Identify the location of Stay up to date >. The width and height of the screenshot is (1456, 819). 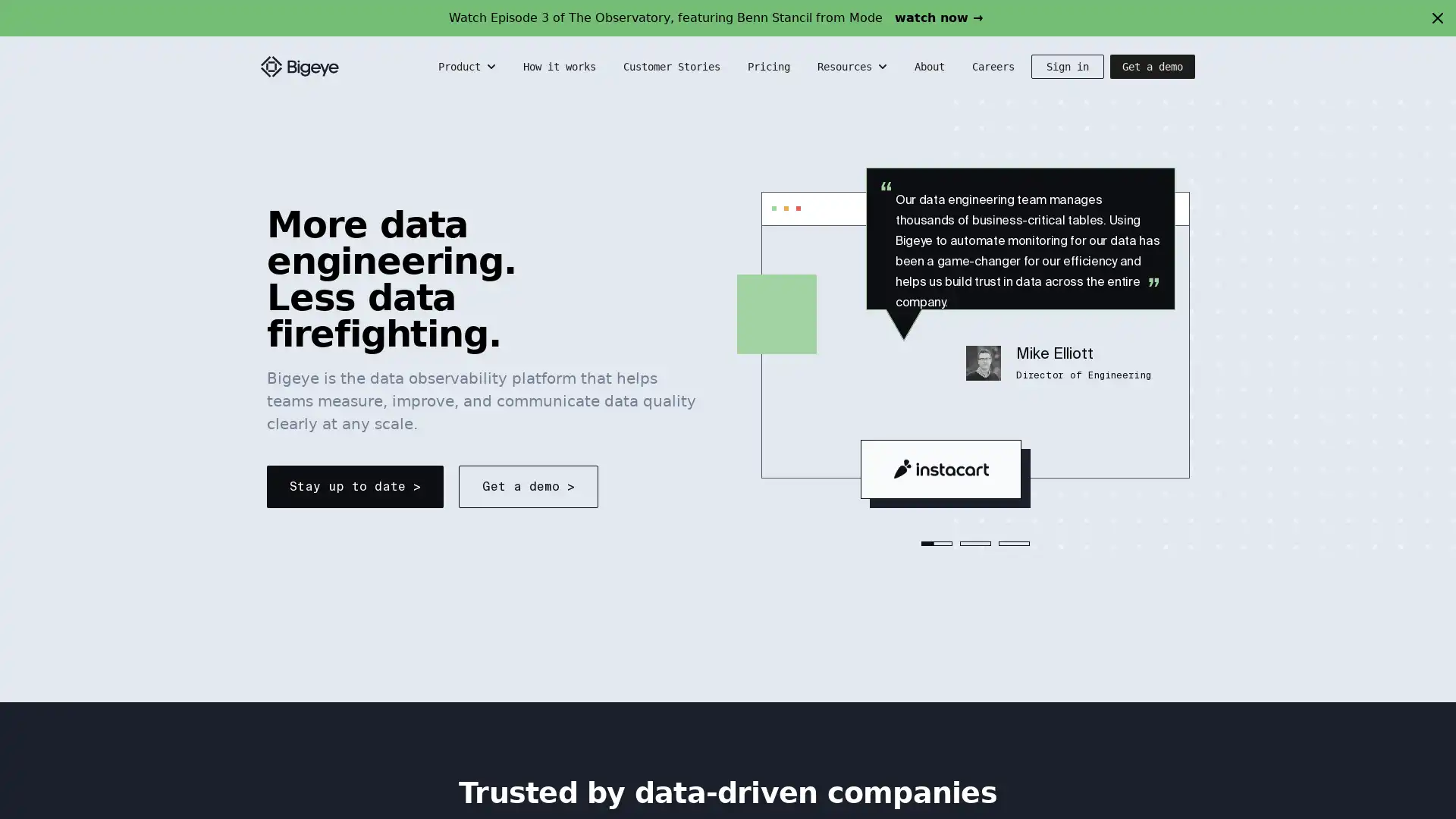
(354, 486).